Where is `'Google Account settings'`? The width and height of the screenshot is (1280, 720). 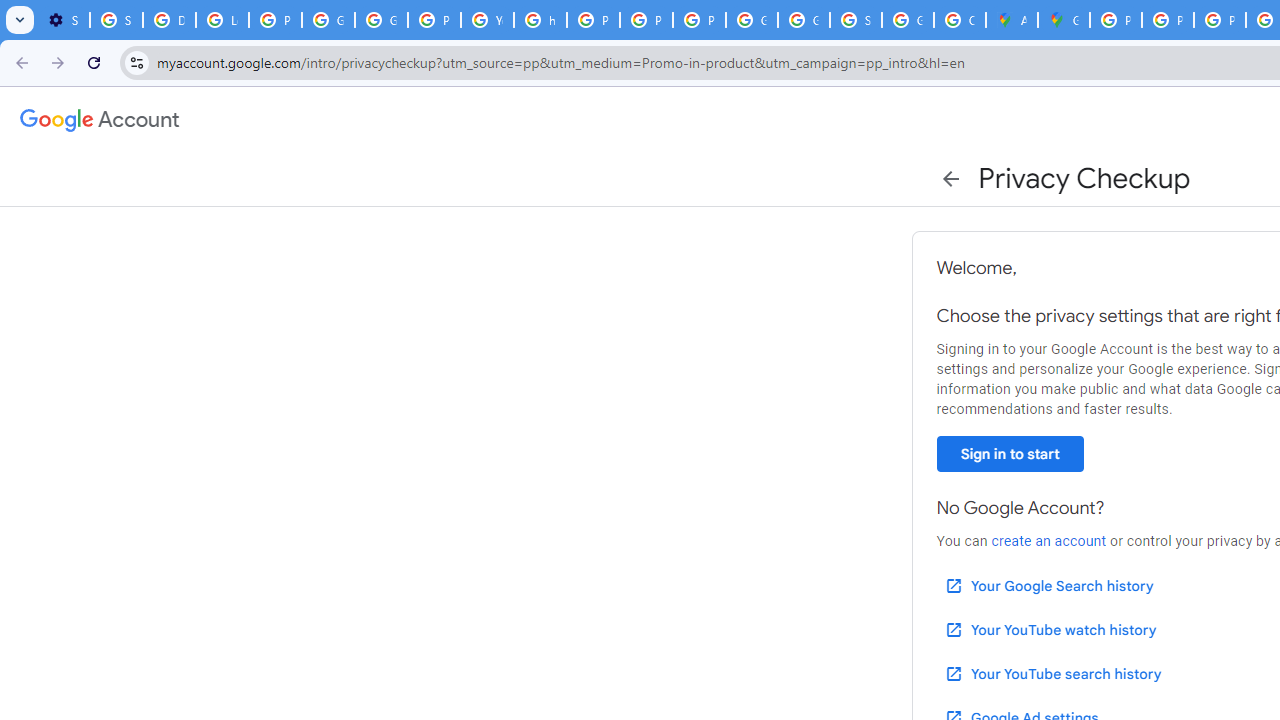 'Google Account settings' is located at coordinates (99, 120).